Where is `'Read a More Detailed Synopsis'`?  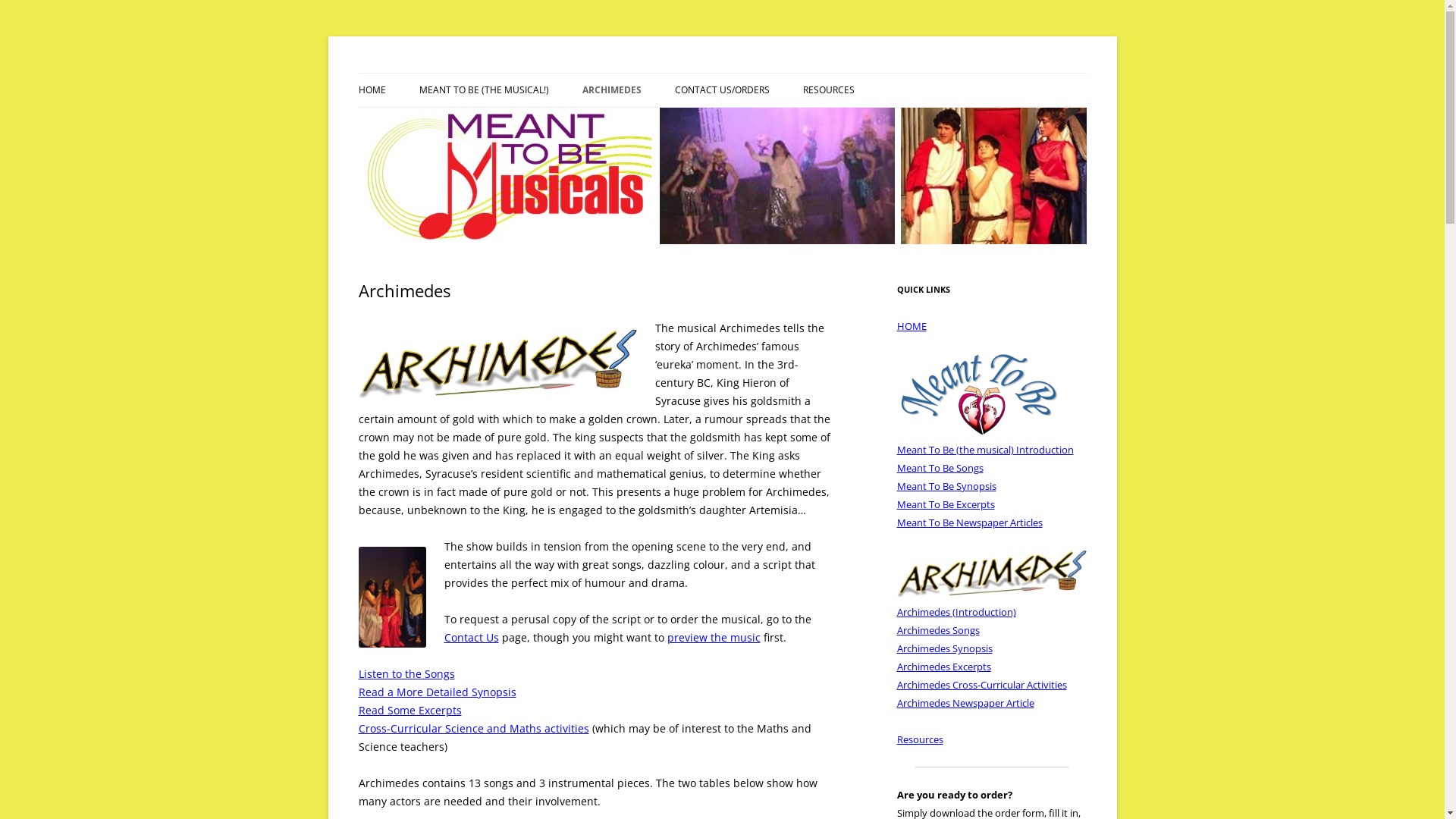 'Read a More Detailed Synopsis' is located at coordinates (356, 692).